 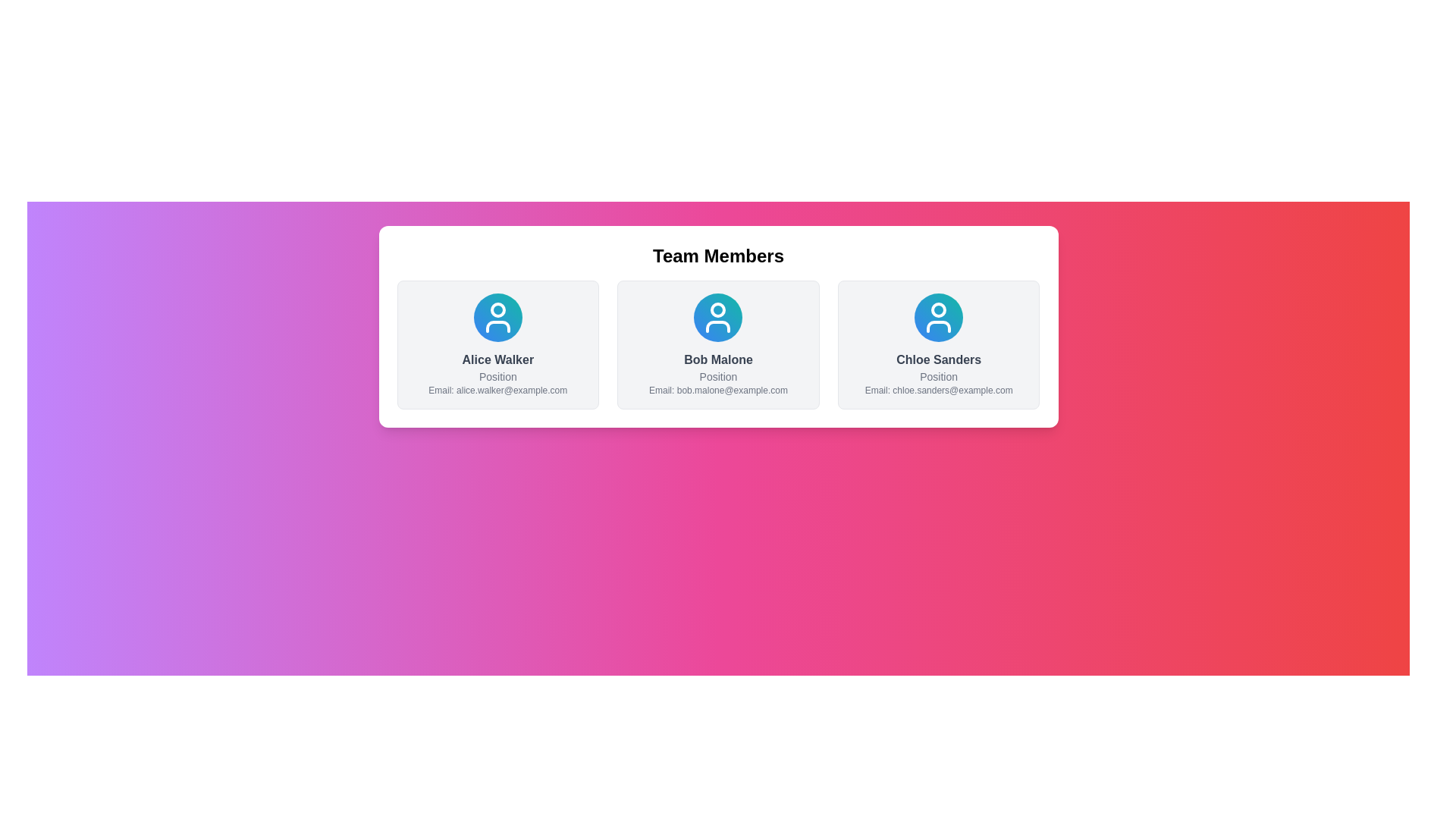 I want to click on the text label displaying 'Chloe Sanders' in bold, gray font, located at the lower center of the rightmost profile card, so click(x=938, y=359).